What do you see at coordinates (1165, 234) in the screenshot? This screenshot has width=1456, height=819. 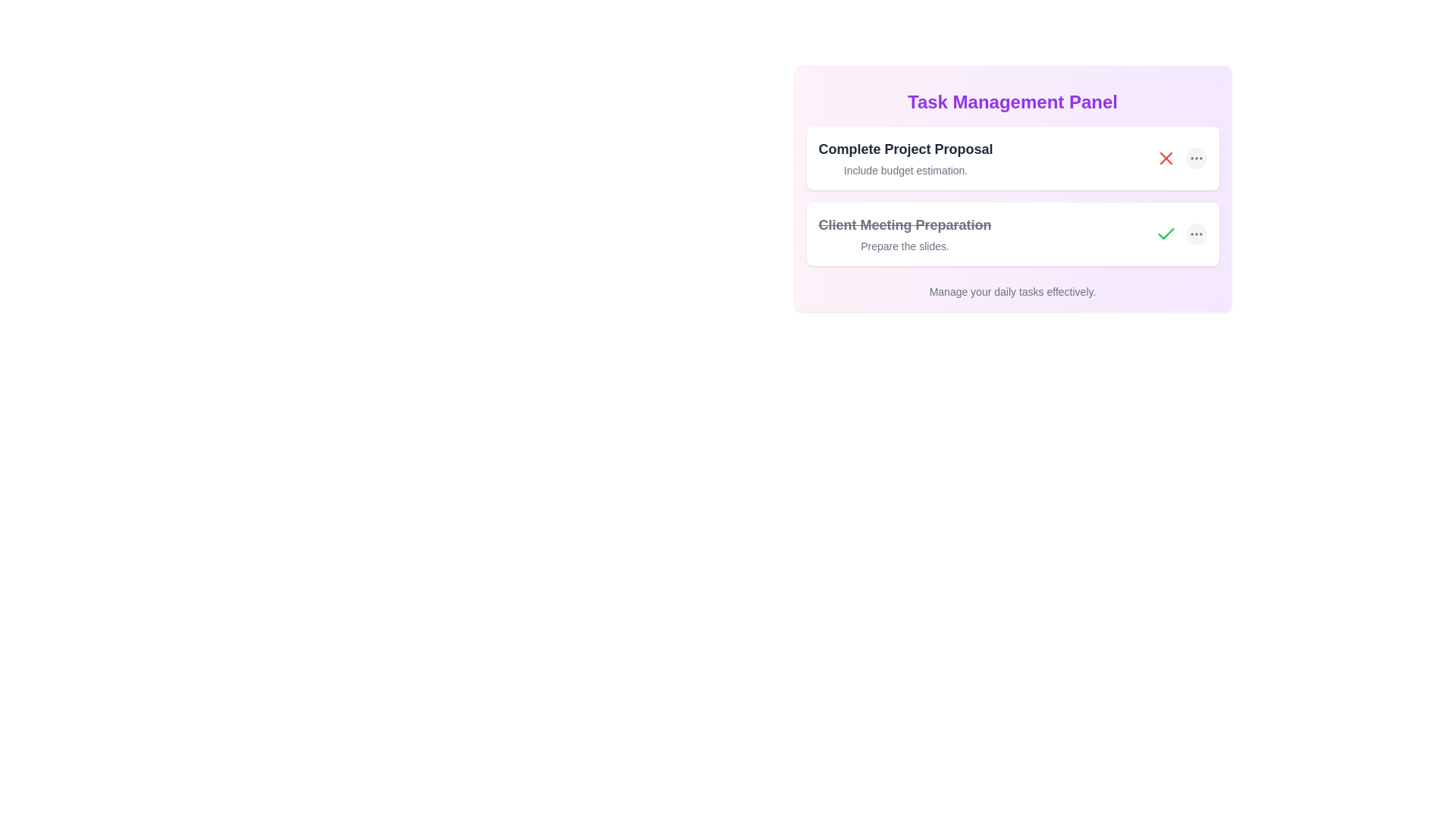 I see `the Button with an icon that marks the associated task as complete, located` at bounding box center [1165, 234].